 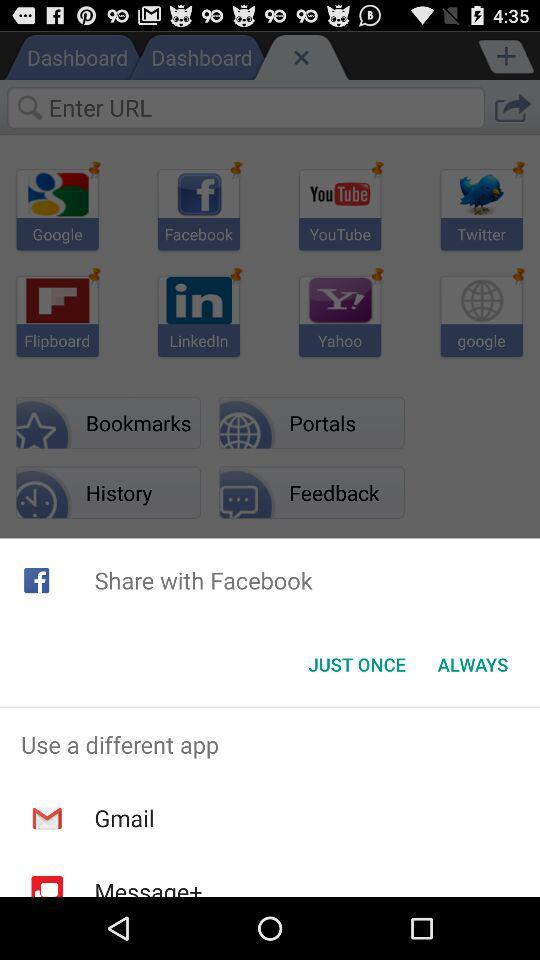 I want to click on the item next to the just once item, so click(x=472, y=664).